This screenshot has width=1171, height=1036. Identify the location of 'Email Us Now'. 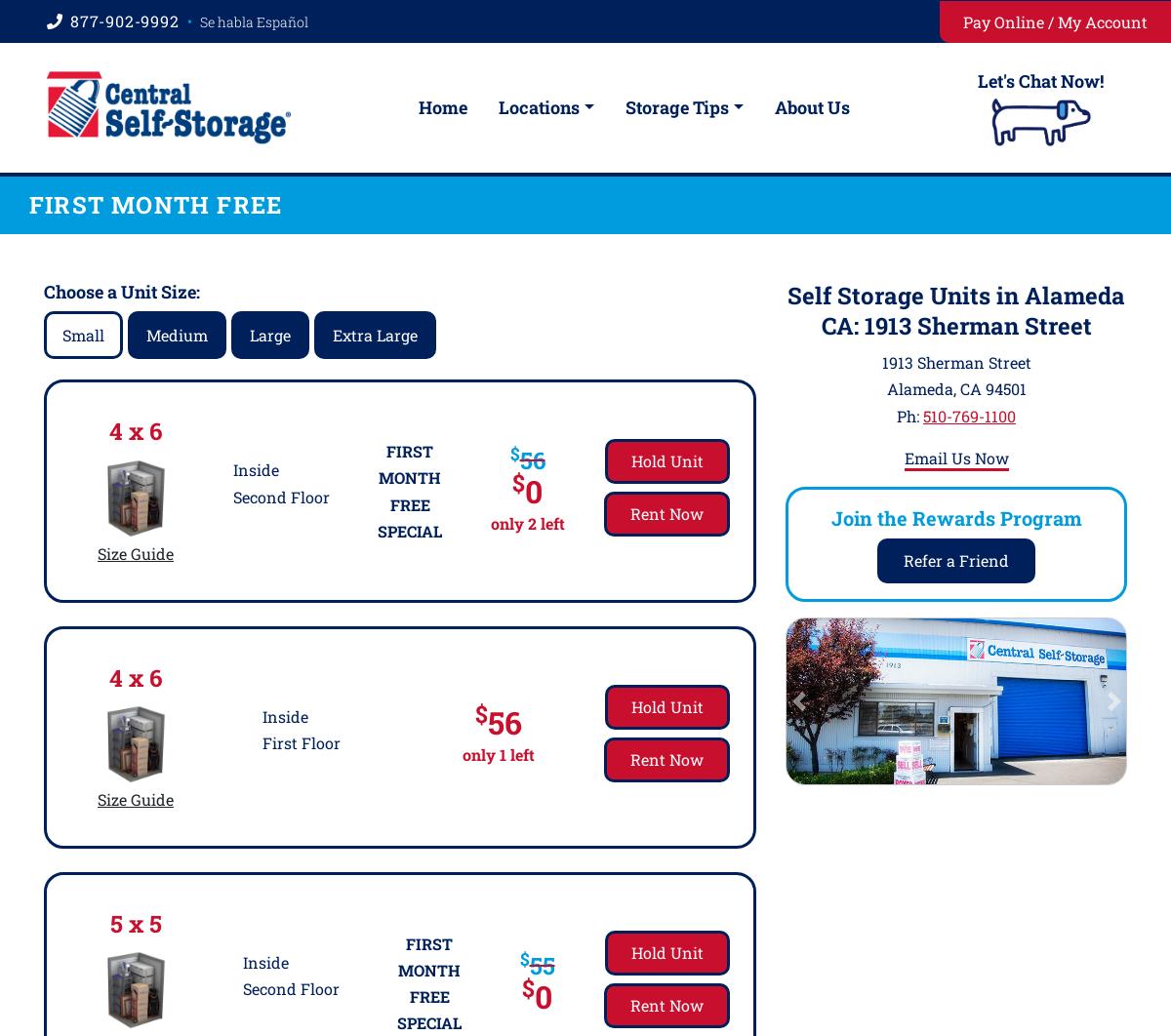
(904, 456).